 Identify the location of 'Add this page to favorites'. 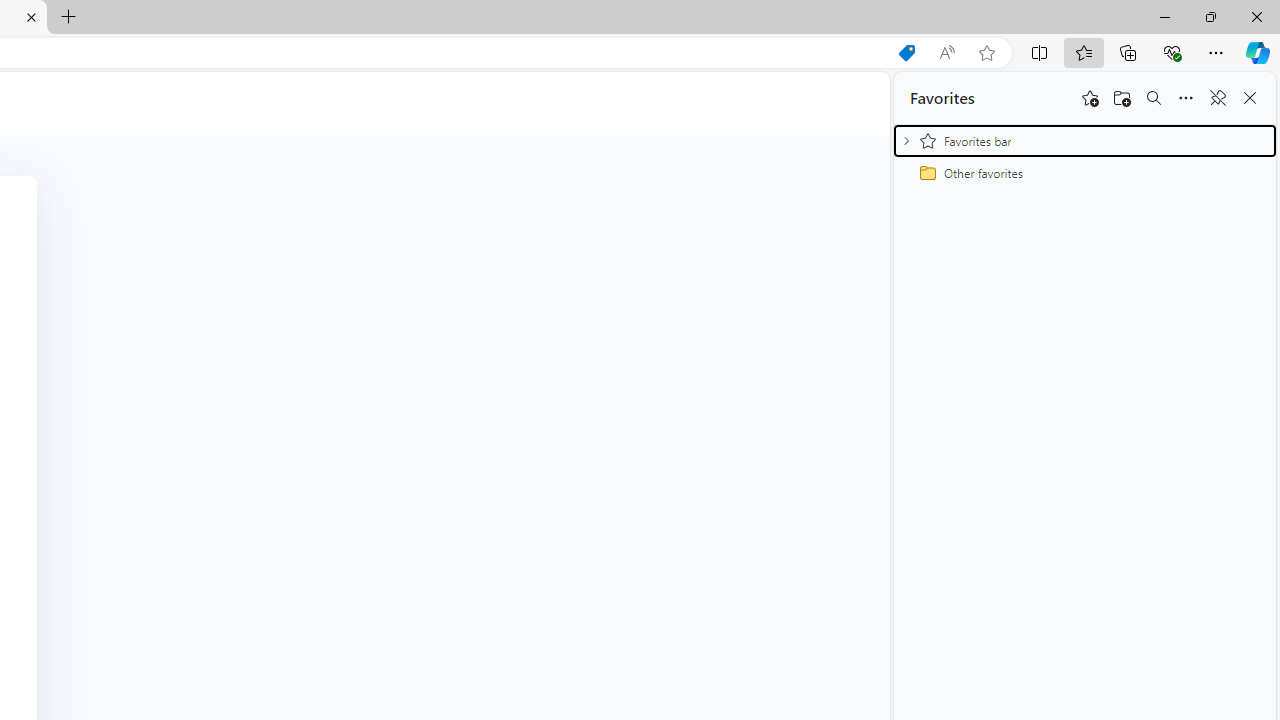
(1088, 98).